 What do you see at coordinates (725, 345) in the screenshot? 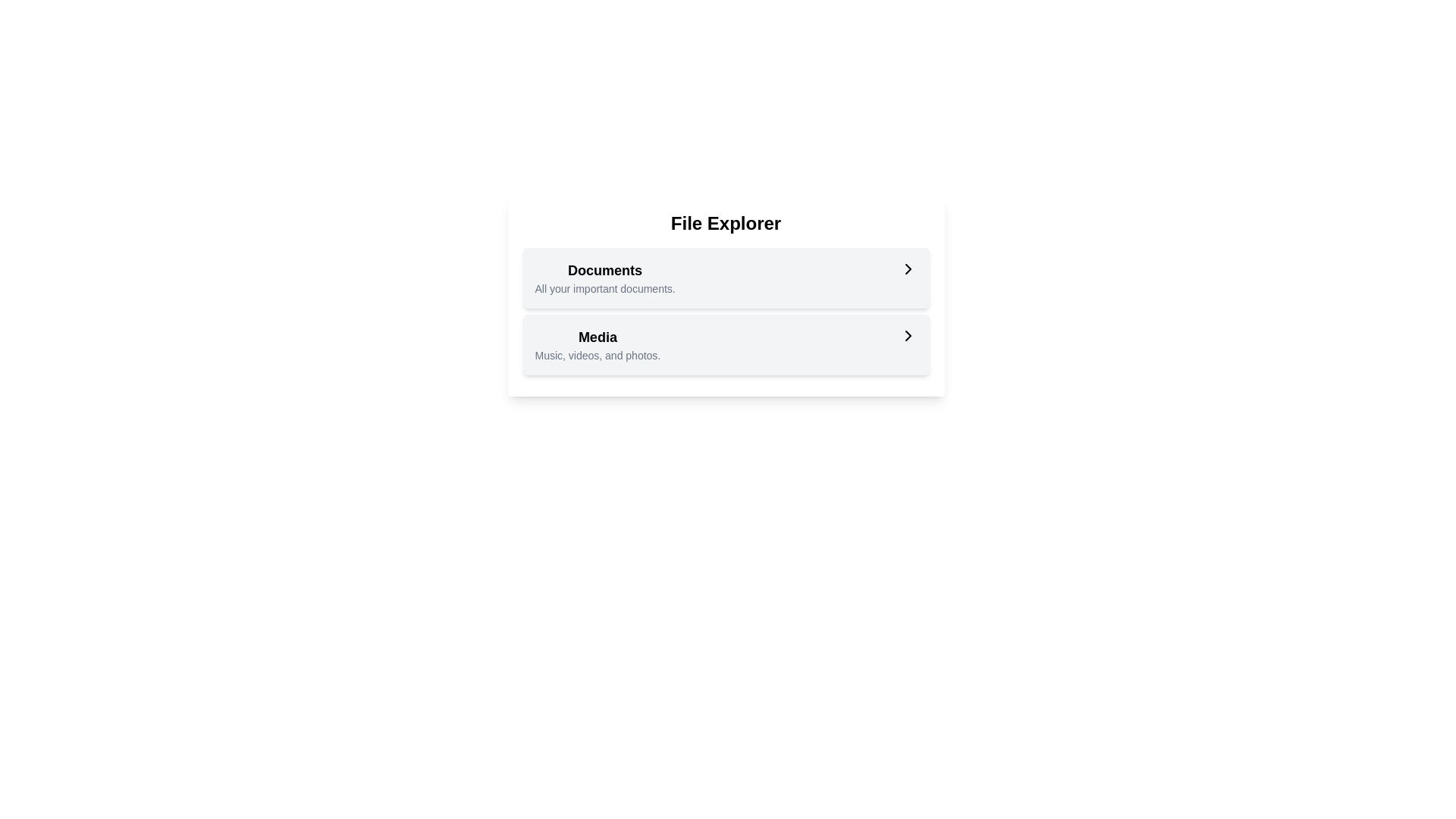
I see `the 'Media' button in the File Explorer card for keyboard navigation` at bounding box center [725, 345].